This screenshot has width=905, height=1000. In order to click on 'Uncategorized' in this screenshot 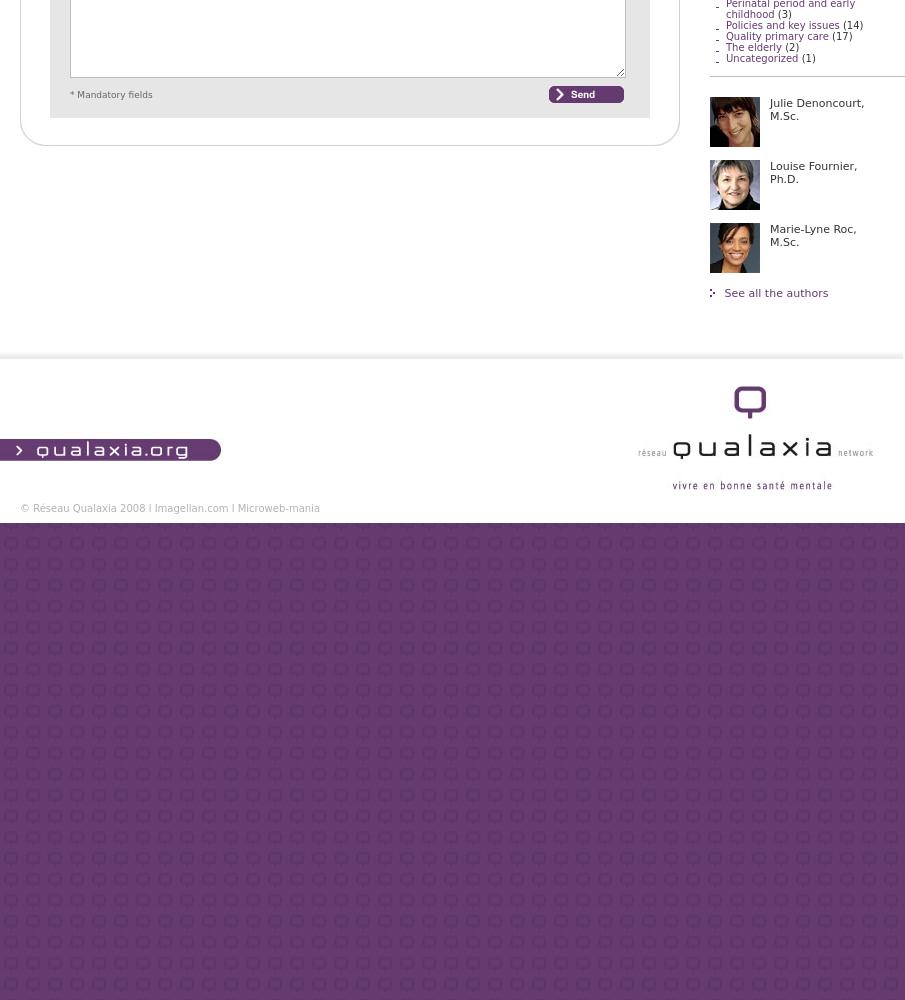, I will do `click(724, 58)`.